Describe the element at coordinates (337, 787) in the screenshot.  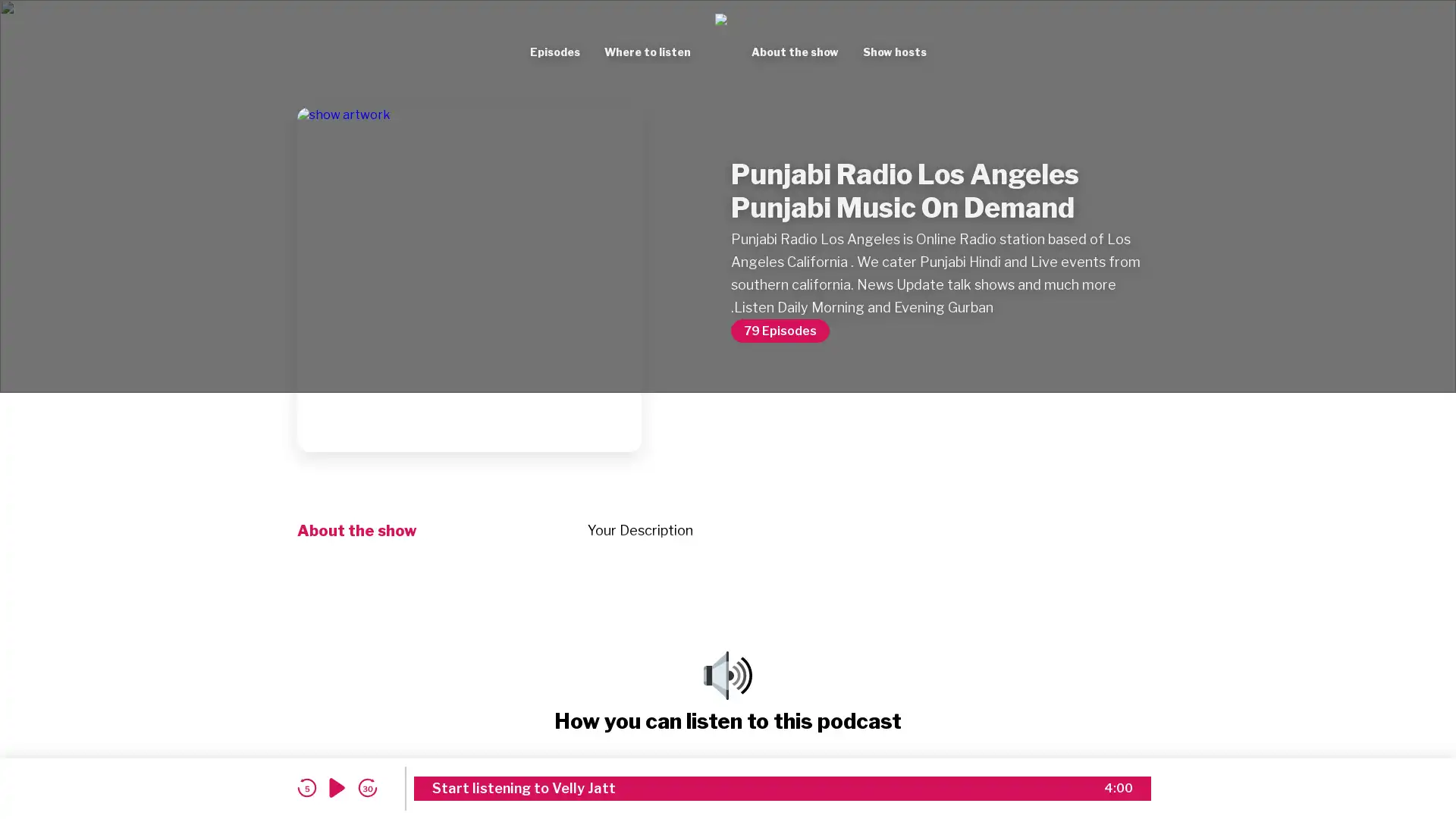
I see `play audio` at that location.